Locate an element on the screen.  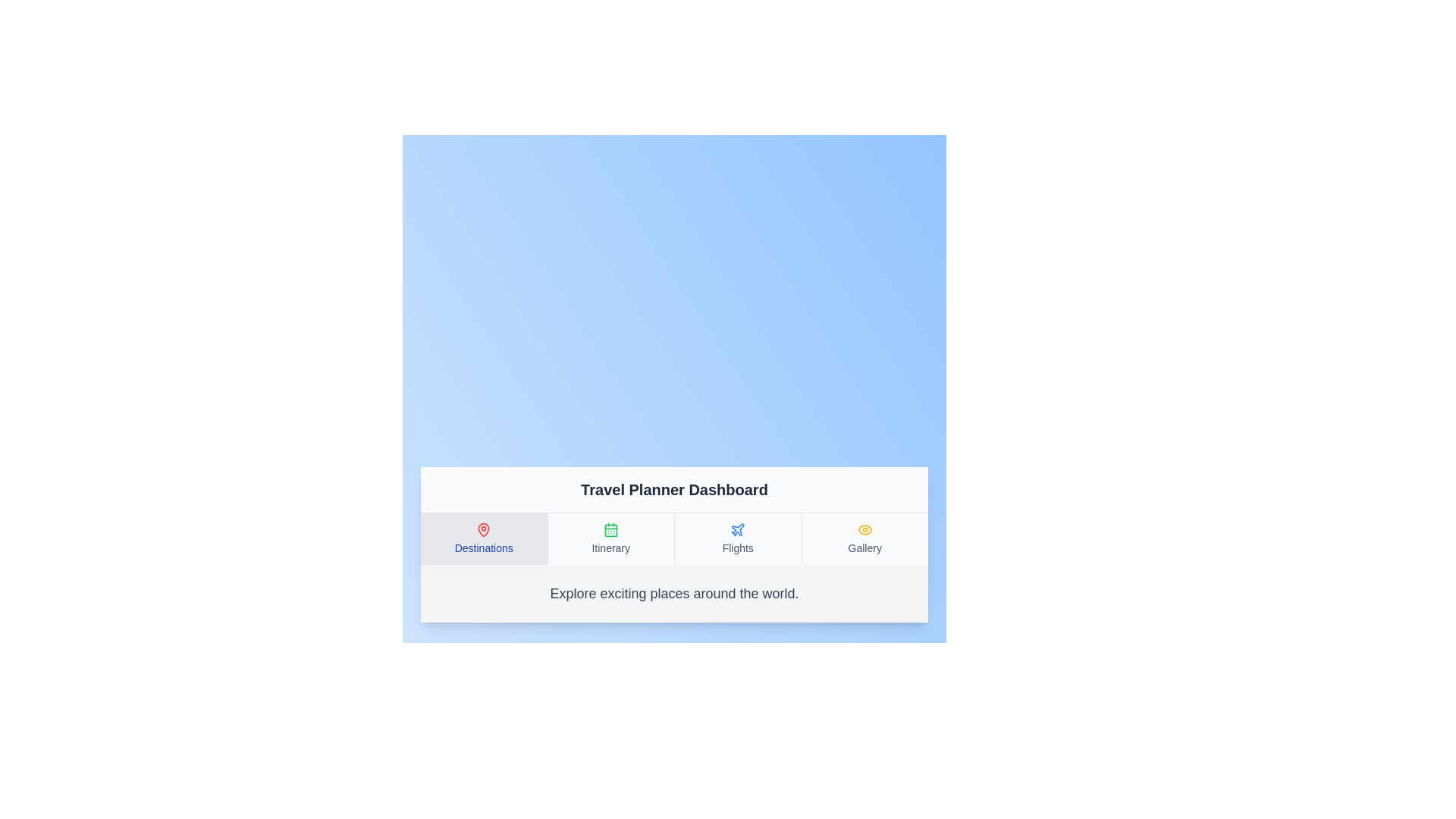
the Text label located below the eye icon in the rightmost column of the Travel Planner Dashboard is located at coordinates (864, 548).